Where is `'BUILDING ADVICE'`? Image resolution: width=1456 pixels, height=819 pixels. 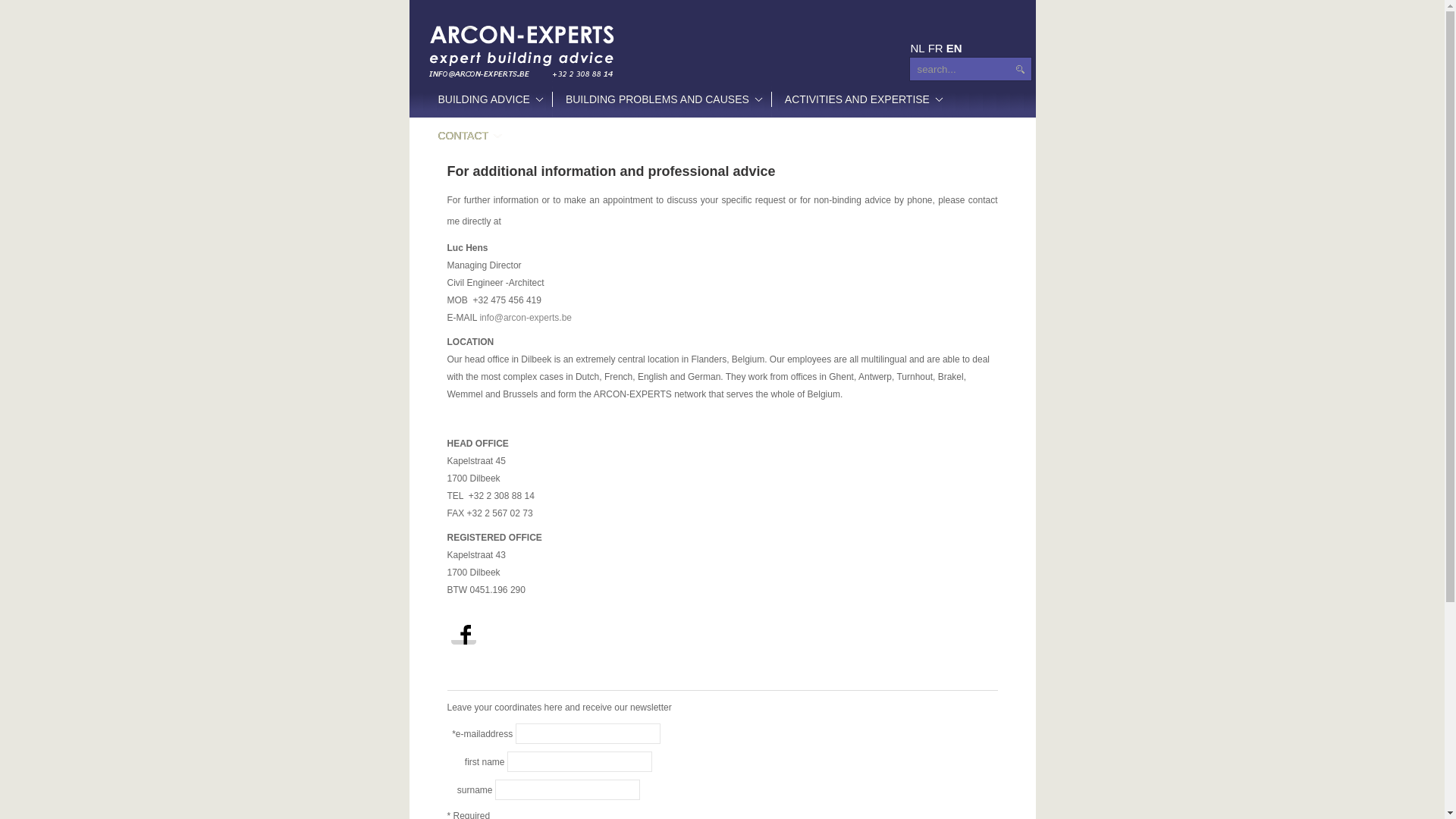 'BUILDING ADVICE' is located at coordinates (488, 99).